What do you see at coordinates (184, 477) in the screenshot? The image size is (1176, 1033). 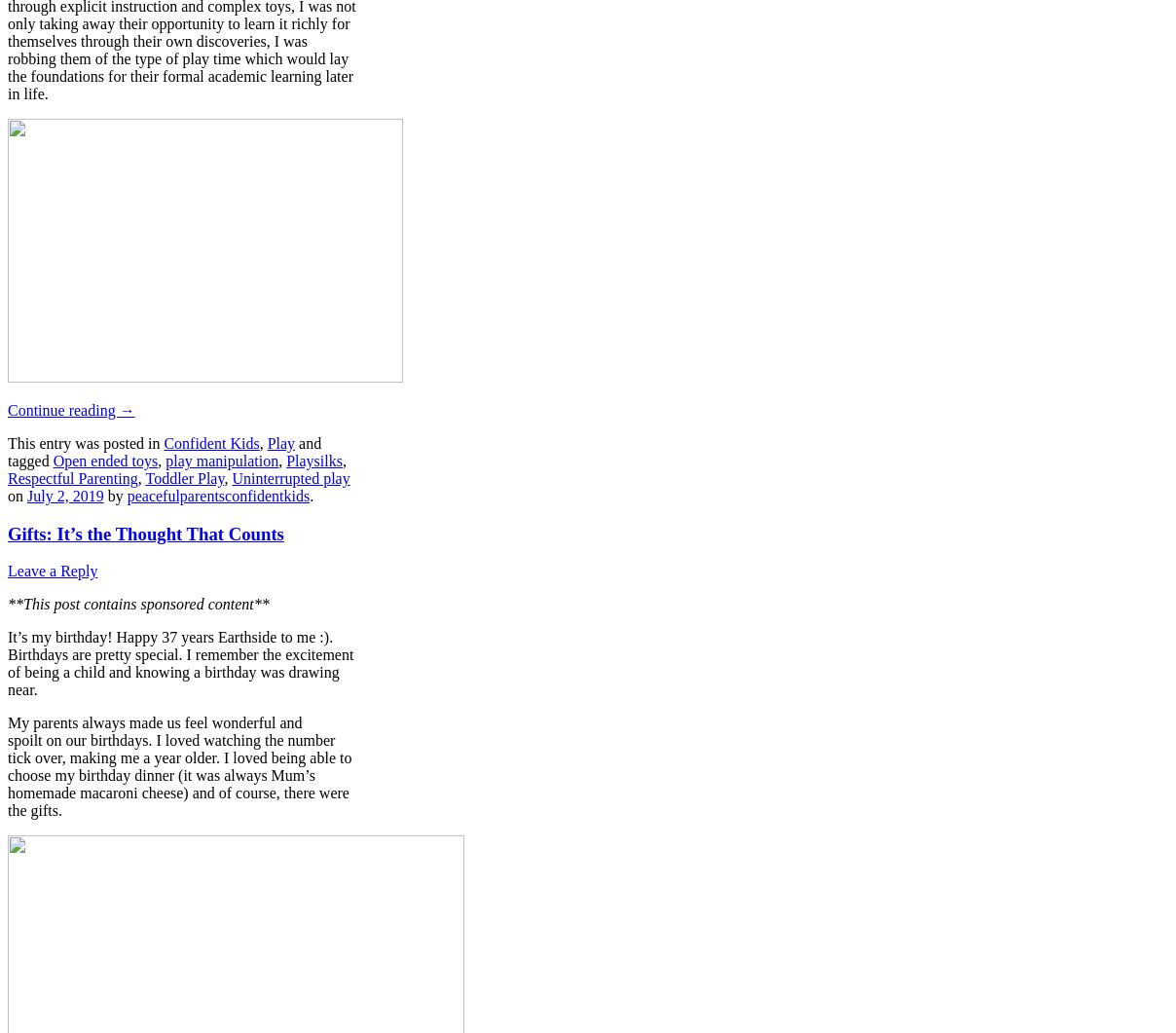 I see `'Toddler Play'` at bounding box center [184, 477].